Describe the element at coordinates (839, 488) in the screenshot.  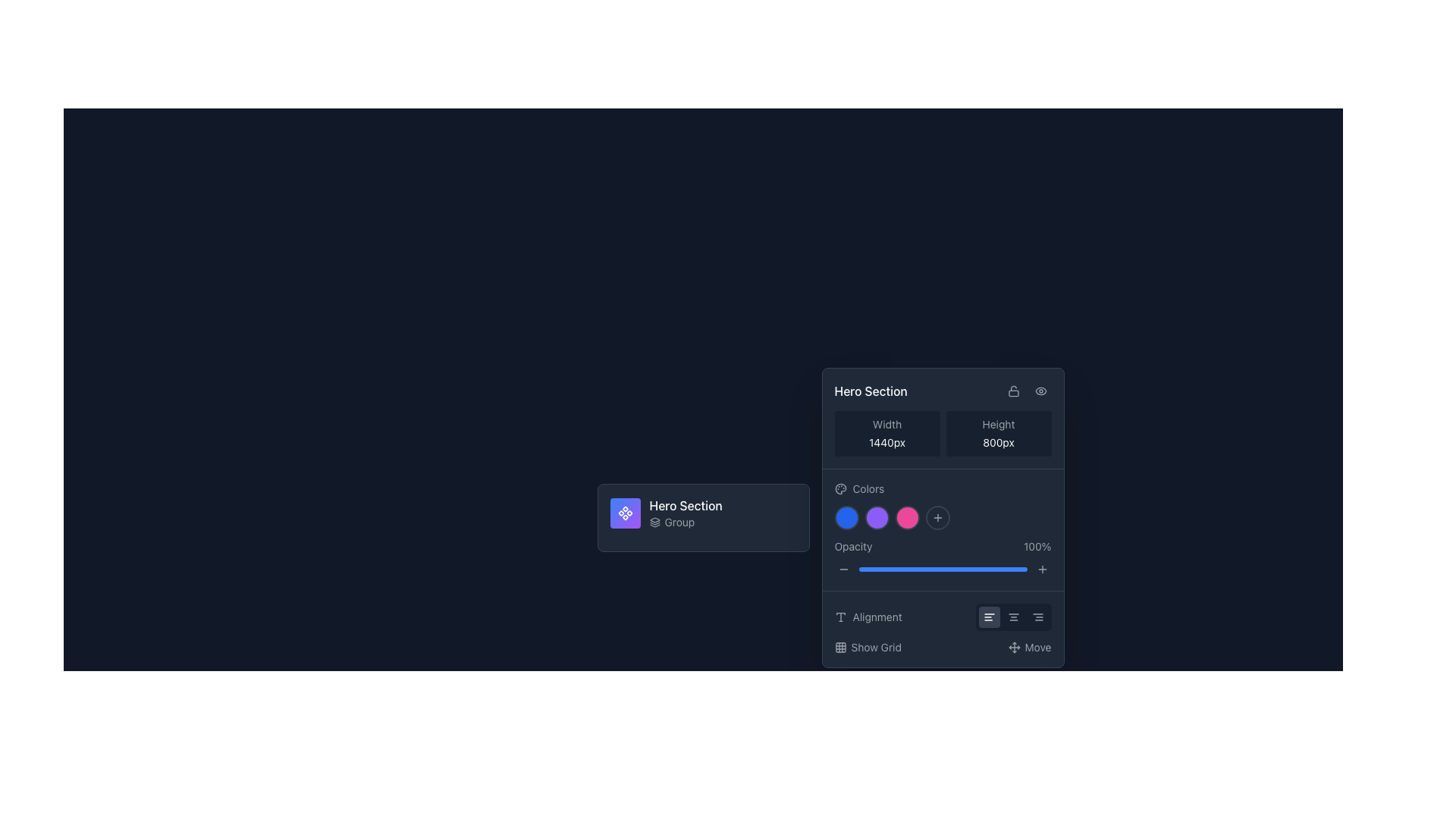
I see `the color settings palette icon located leftmost under the 'Colors' label in the 'Hero Section' settings pane` at that location.